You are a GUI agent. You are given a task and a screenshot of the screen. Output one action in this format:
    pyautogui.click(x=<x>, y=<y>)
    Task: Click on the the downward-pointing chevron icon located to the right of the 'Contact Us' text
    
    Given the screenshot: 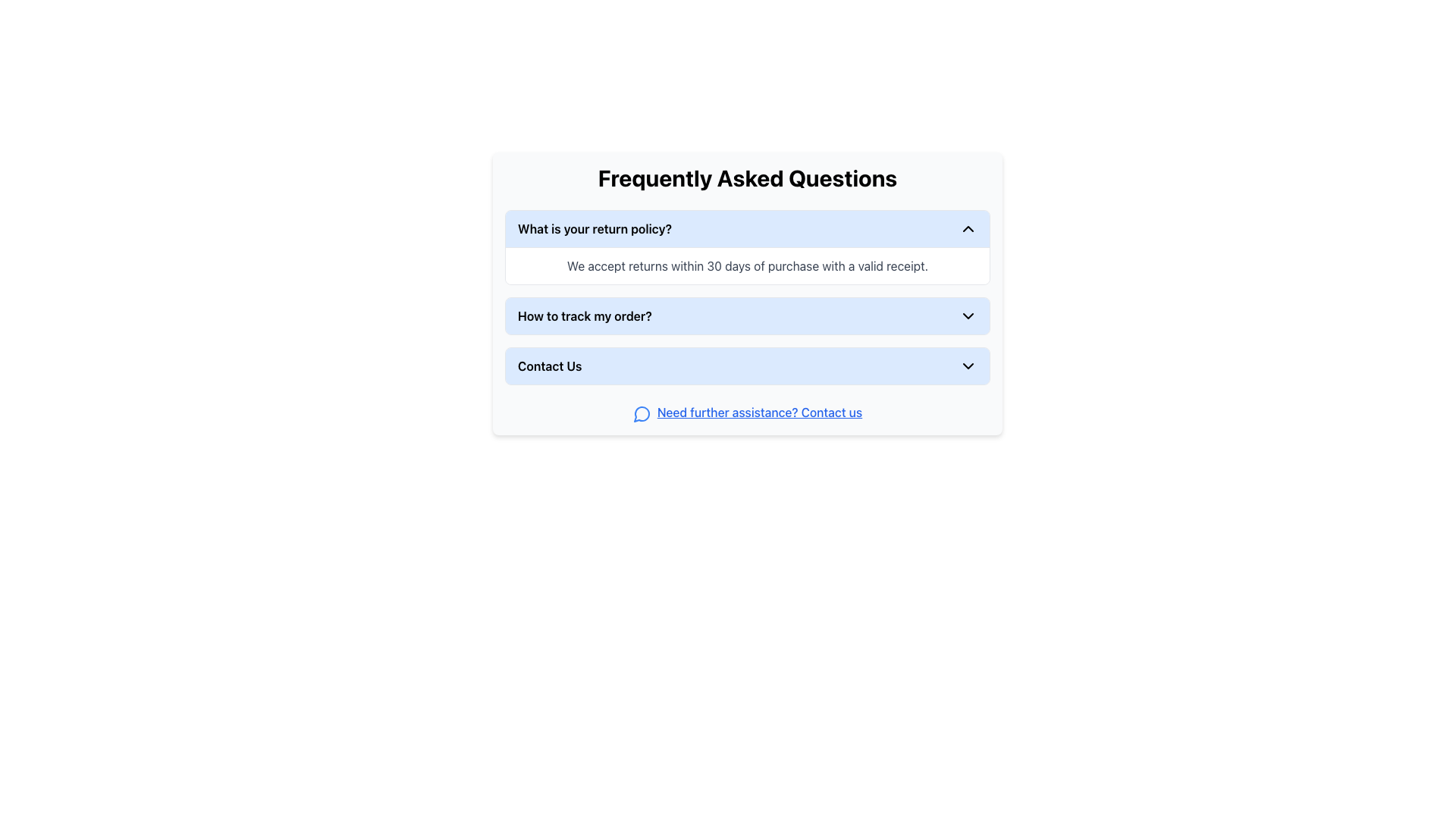 What is the action you would take?
    pyautogui.click(x=967, y=366)
    